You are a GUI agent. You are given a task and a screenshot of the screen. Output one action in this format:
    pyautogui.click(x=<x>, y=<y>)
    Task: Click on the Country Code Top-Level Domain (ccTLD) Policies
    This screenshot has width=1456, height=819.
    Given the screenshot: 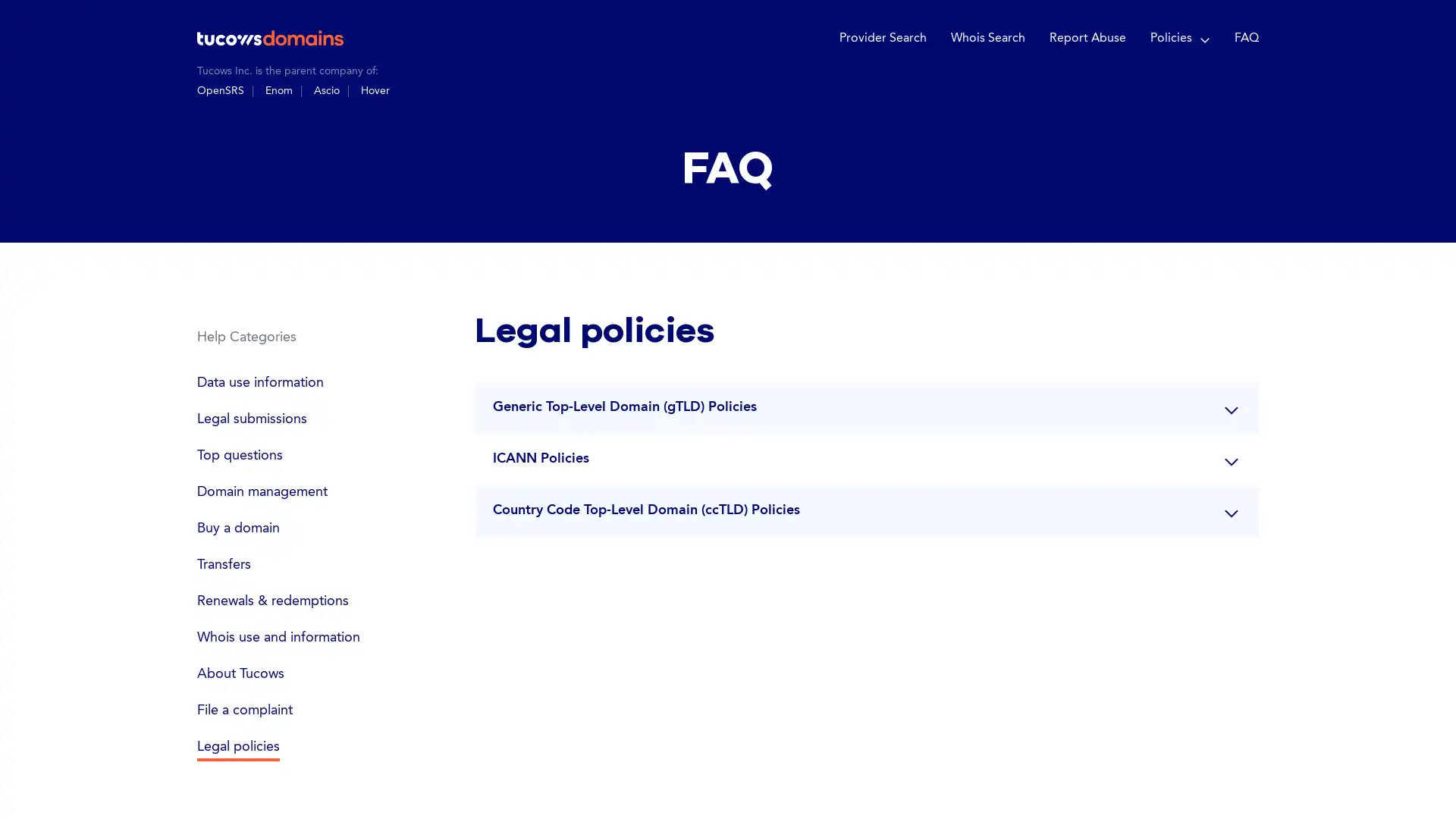 What is the action you would take?
    pyautogui.click(x=866, y=509)
    